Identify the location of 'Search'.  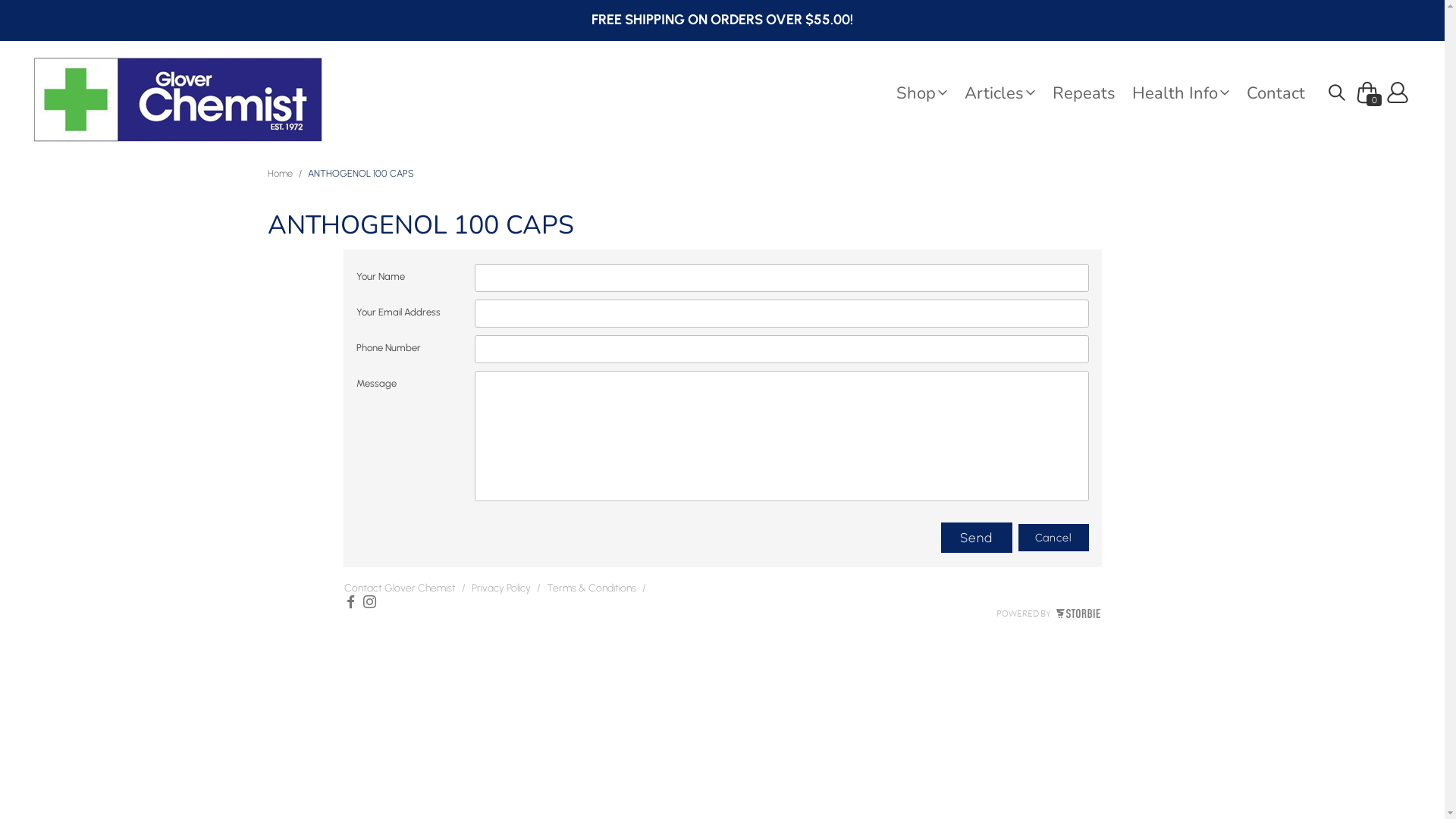
(1336, 93).